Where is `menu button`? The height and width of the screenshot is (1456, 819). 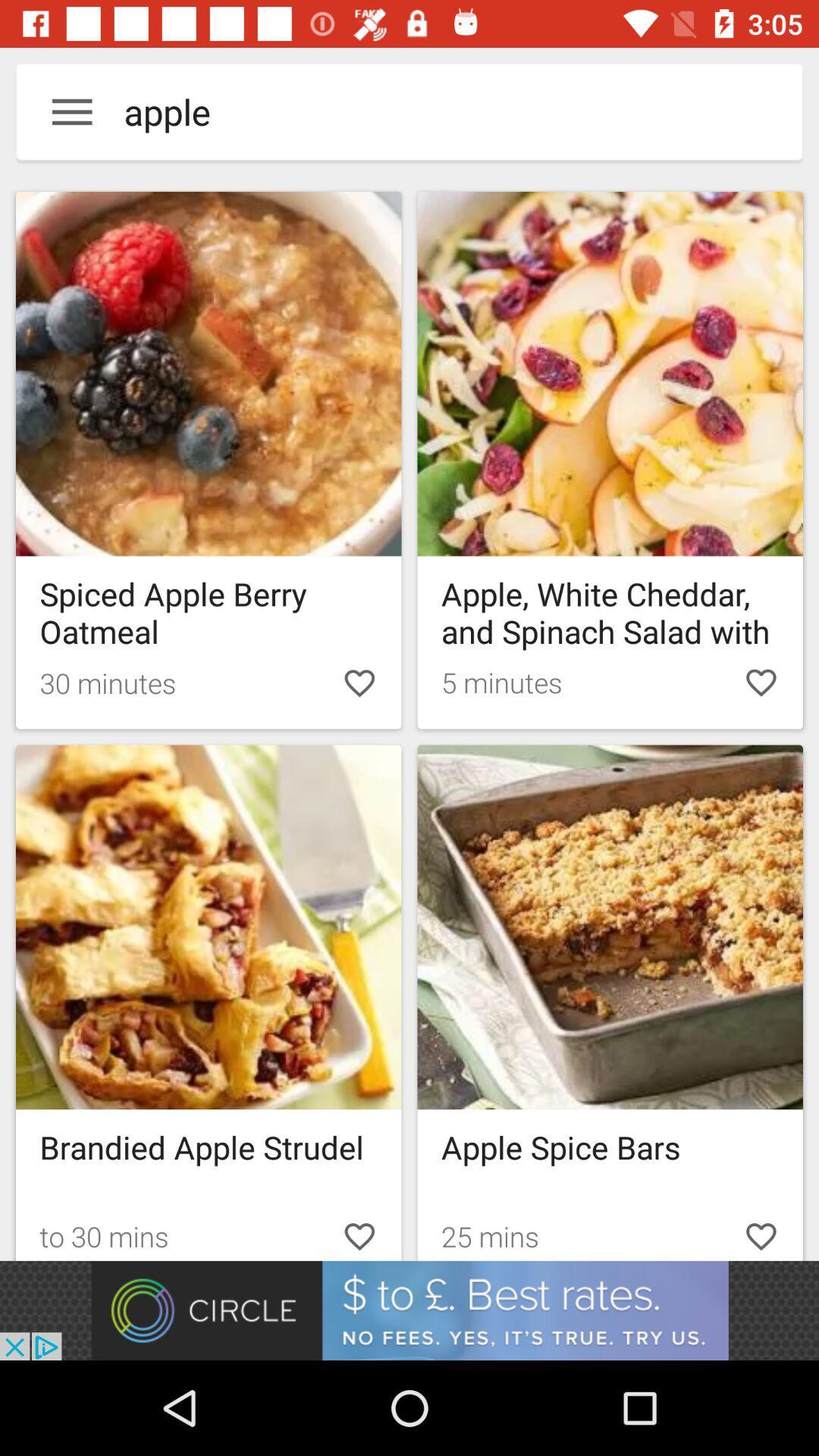
menu button is located at coordinates (72, 111).